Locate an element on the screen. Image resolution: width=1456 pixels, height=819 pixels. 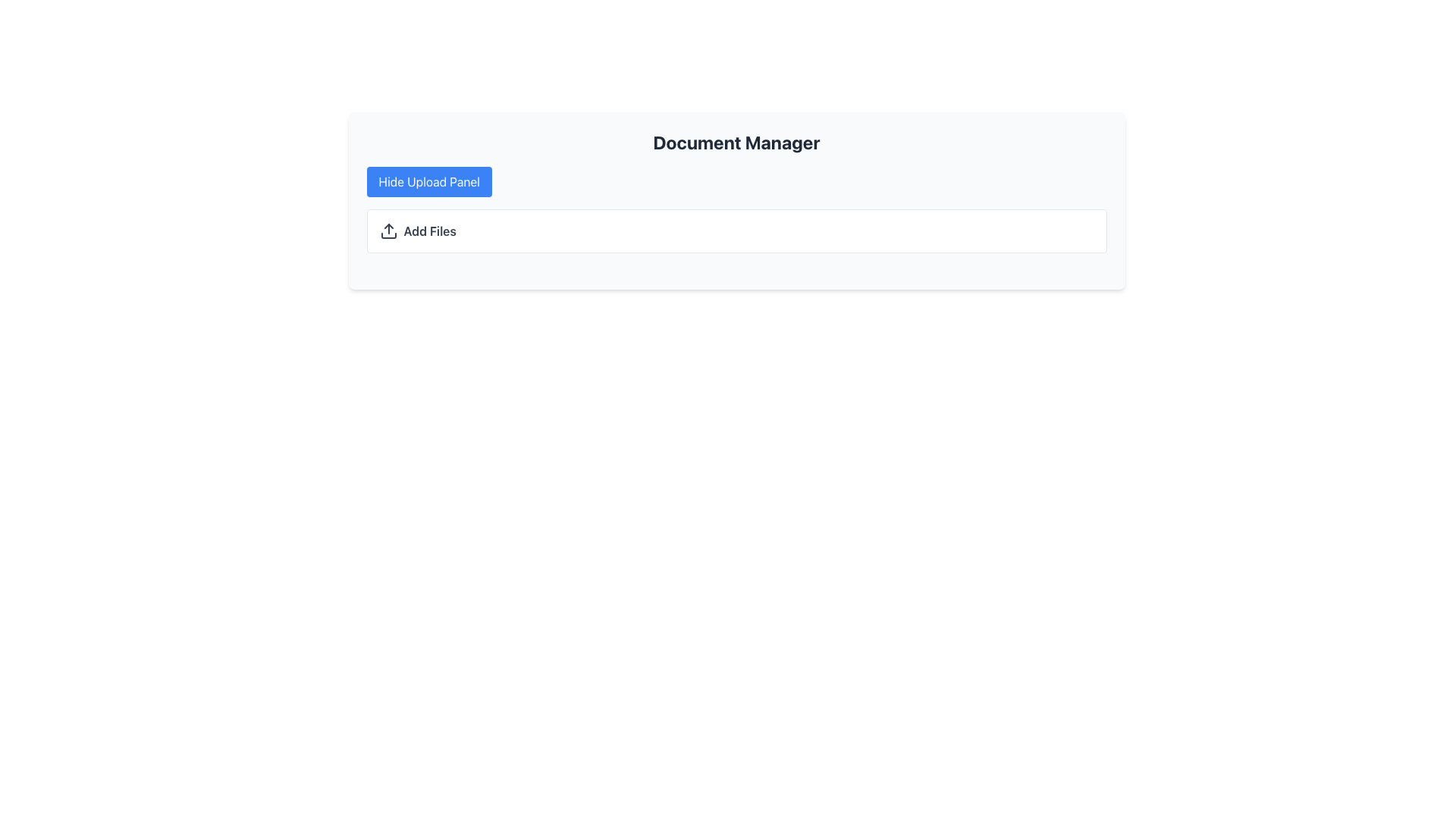
the static text label that reads 'Add Files', which is styled in a bold, dark gray font and located to the right of an upload icon in the lower center of the layout is located at coordinates (429, 231).